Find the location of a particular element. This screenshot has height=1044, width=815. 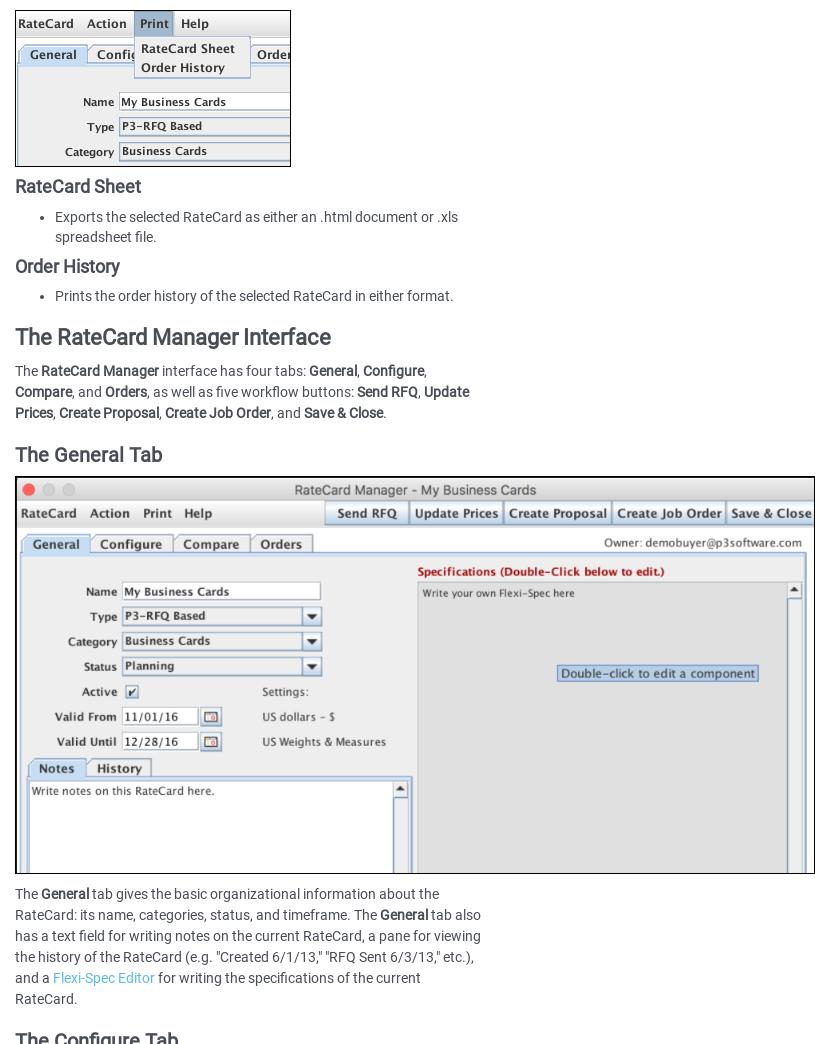

'tab also has a text field for writing notes on the current RateCard, a pane for viewing the history of the RateCard (e.g. "Created 6/1/13," "RFQ Sent 6/3/13," etc.), and a' is located at coordinates (248, 945).